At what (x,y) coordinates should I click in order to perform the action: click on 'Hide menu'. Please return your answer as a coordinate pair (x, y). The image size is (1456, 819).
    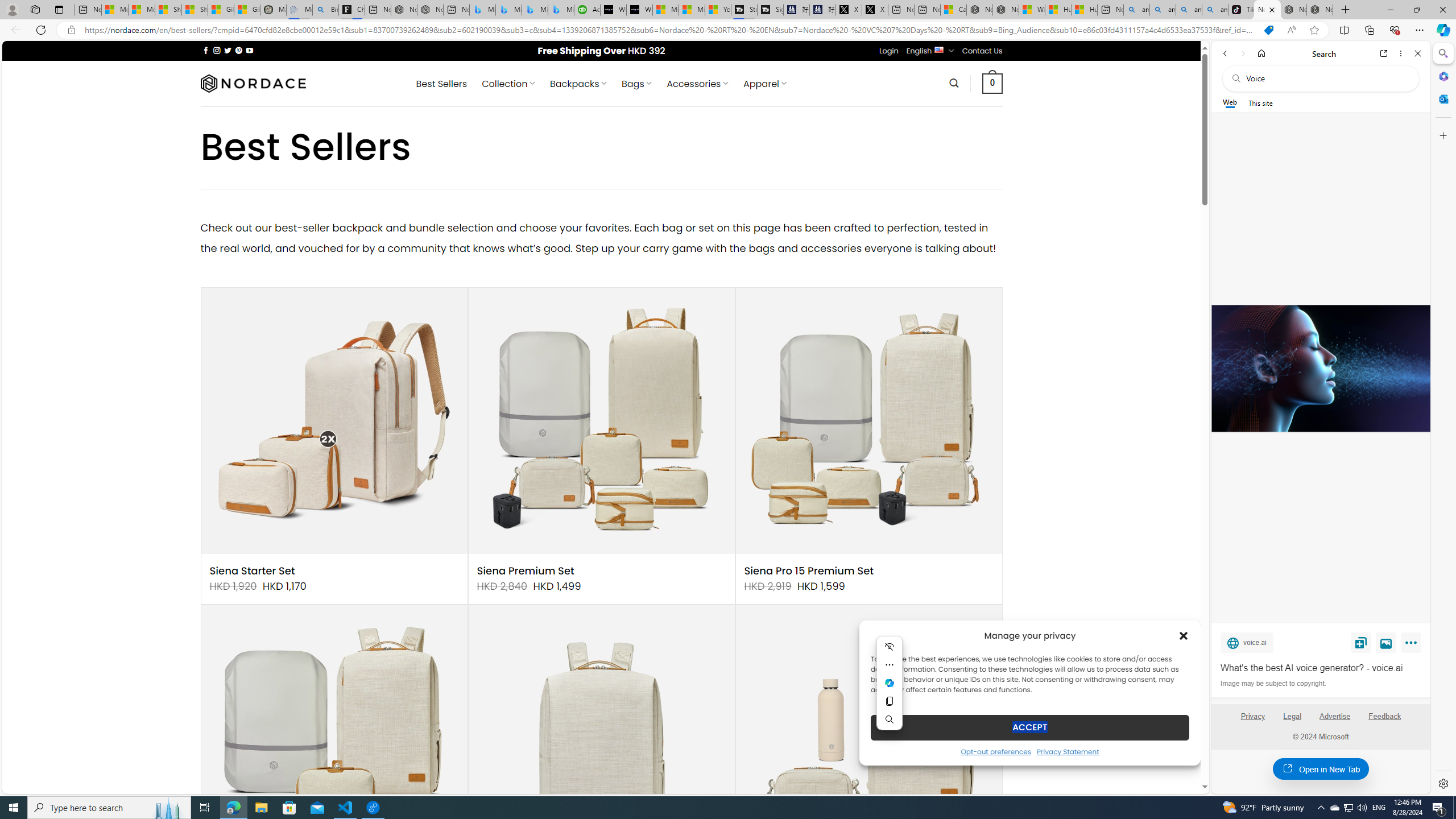
    Looking at the image, I should click on (890, 646).